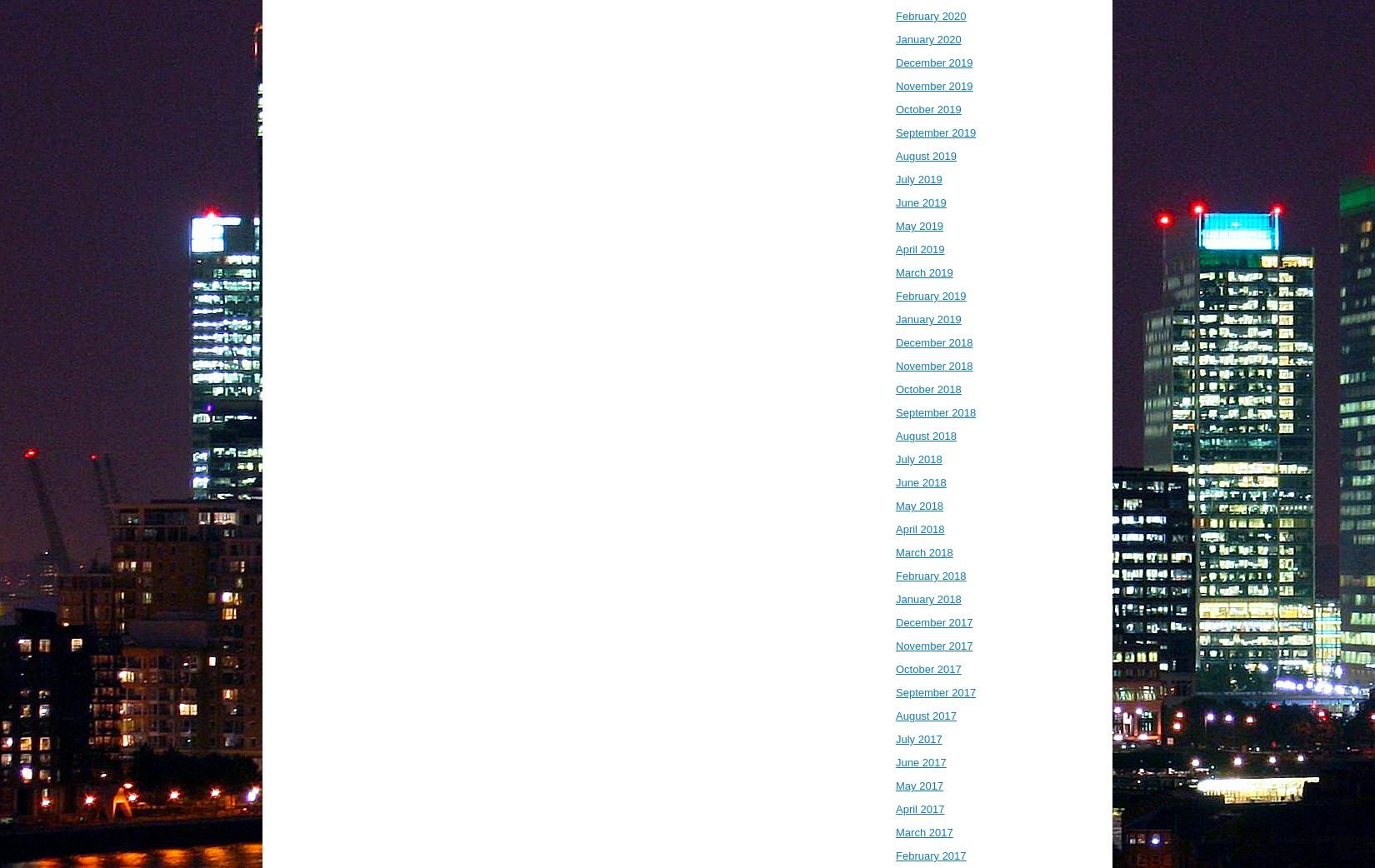 The image size is (1375, 868). What do you see at coordinates (920, 249) in the screenshot?
I see `'April 2019'` at bounding box center [920, 249].